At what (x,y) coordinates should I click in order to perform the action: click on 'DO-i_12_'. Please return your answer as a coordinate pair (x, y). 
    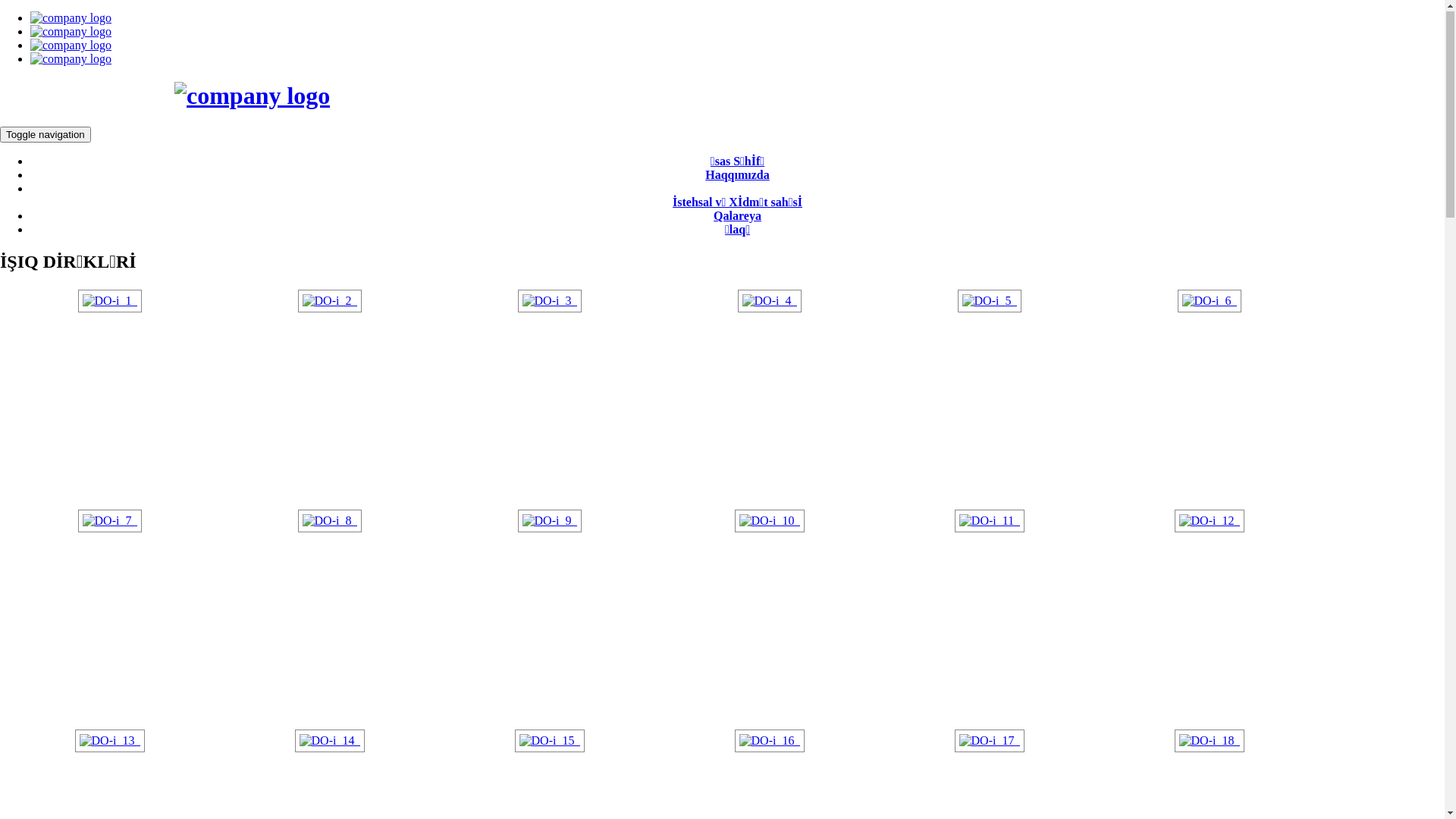
    Looking at the image, I should click on (1209, 520).